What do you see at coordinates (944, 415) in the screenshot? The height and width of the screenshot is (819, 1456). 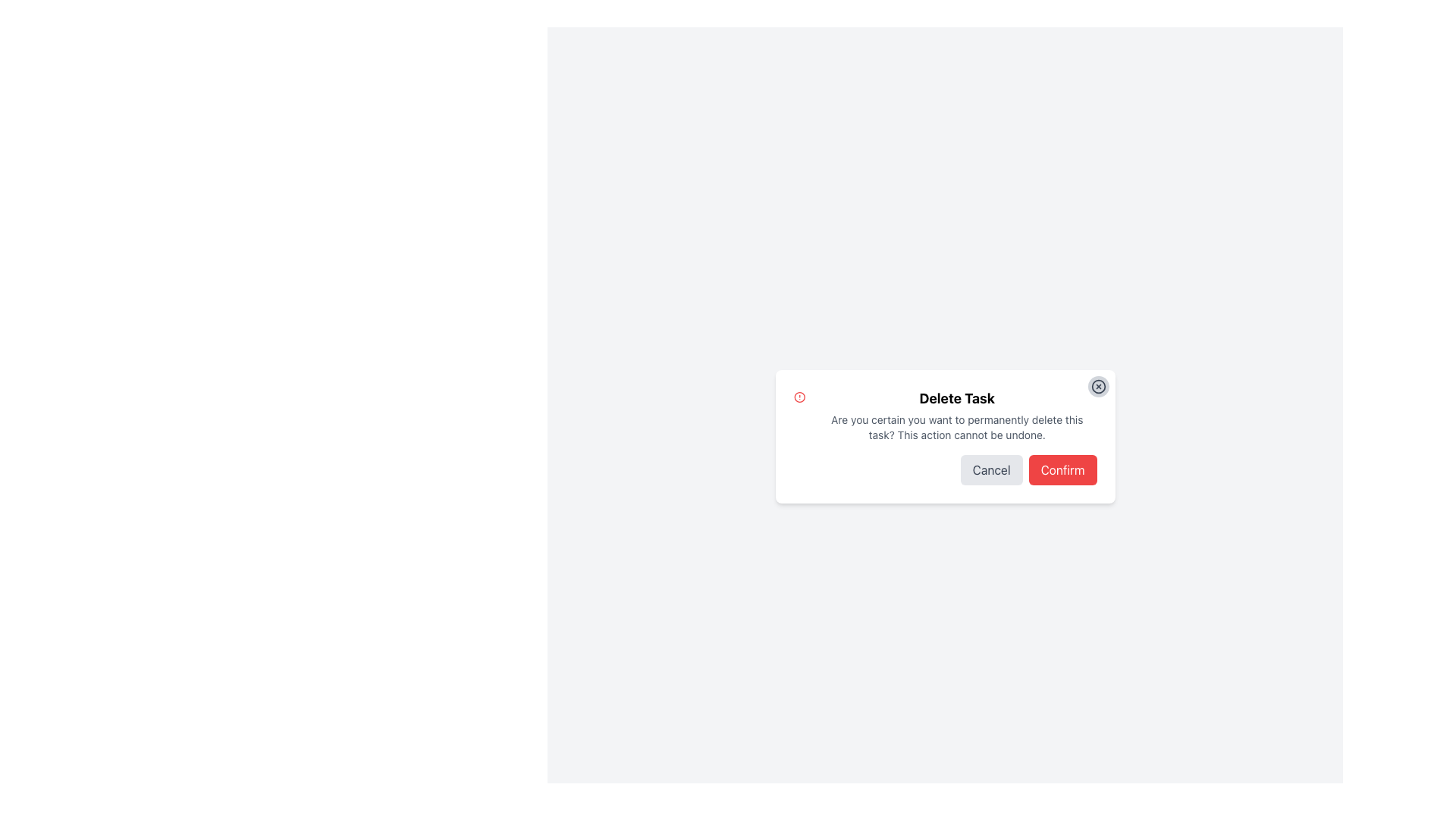 I see `critical information provided in the Text Block regarding the irreversibility of deleting a task, which is located below the close button and above the 'Cancel' and 'Confirm' buttons` at bounding box center [944, 415].